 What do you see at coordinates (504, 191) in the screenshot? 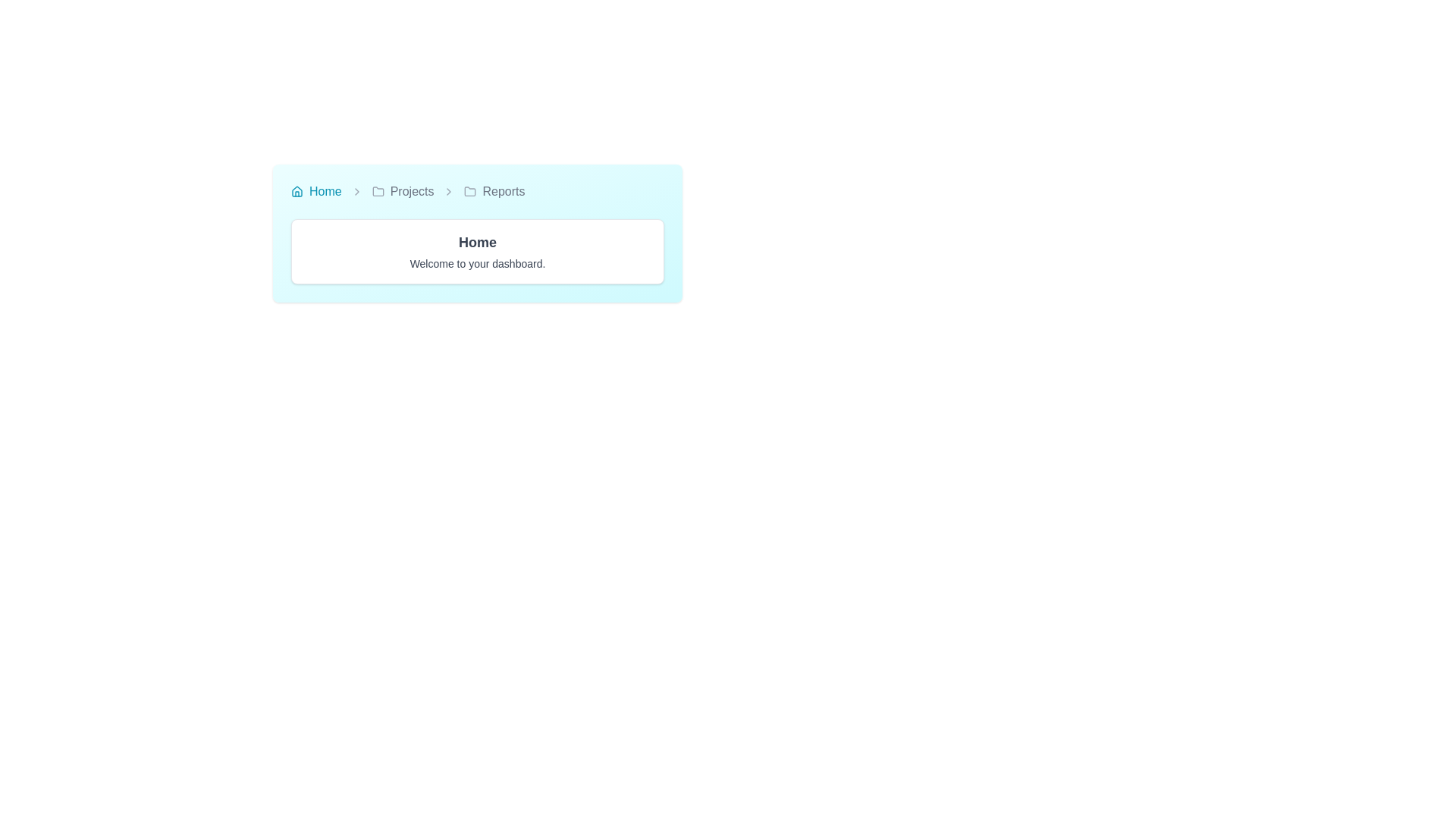
I see `the 'Reports' text label` at bounding box center [504, 191].